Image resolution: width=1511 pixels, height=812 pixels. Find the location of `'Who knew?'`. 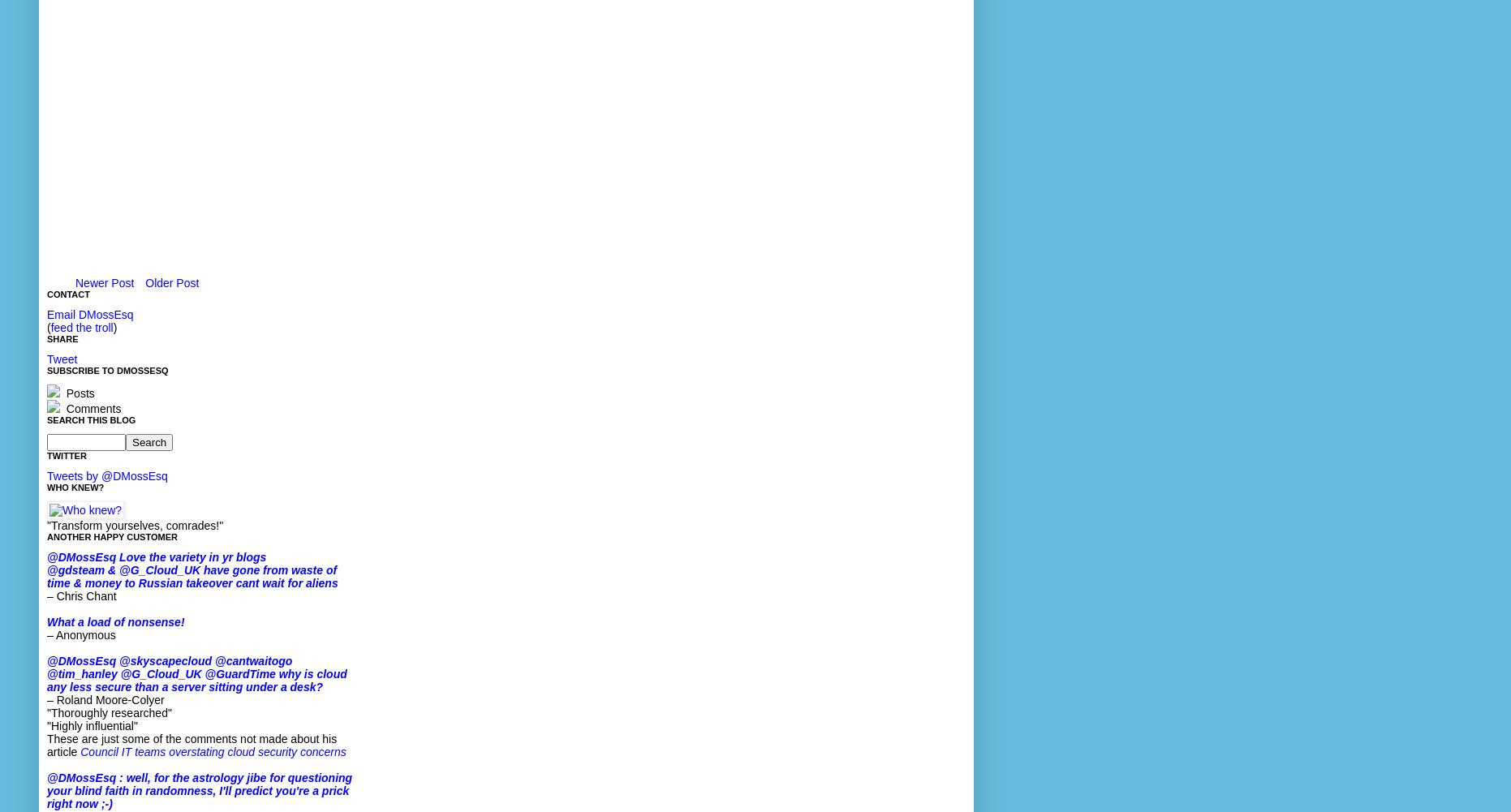

'Who knew?' is located at coordinates (75, 488).